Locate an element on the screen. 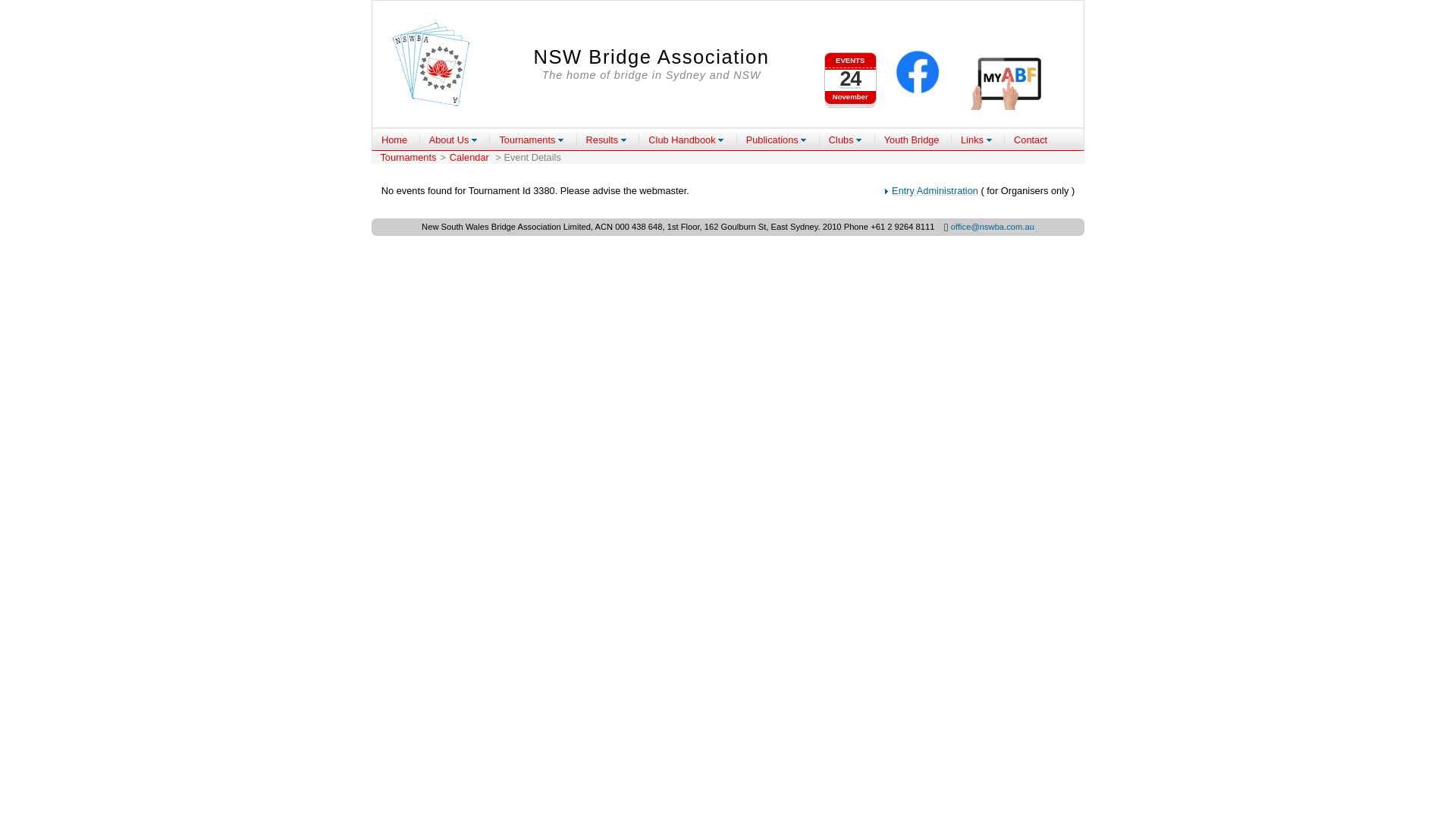  'Tournaments' is located at coordinates (407, 157).